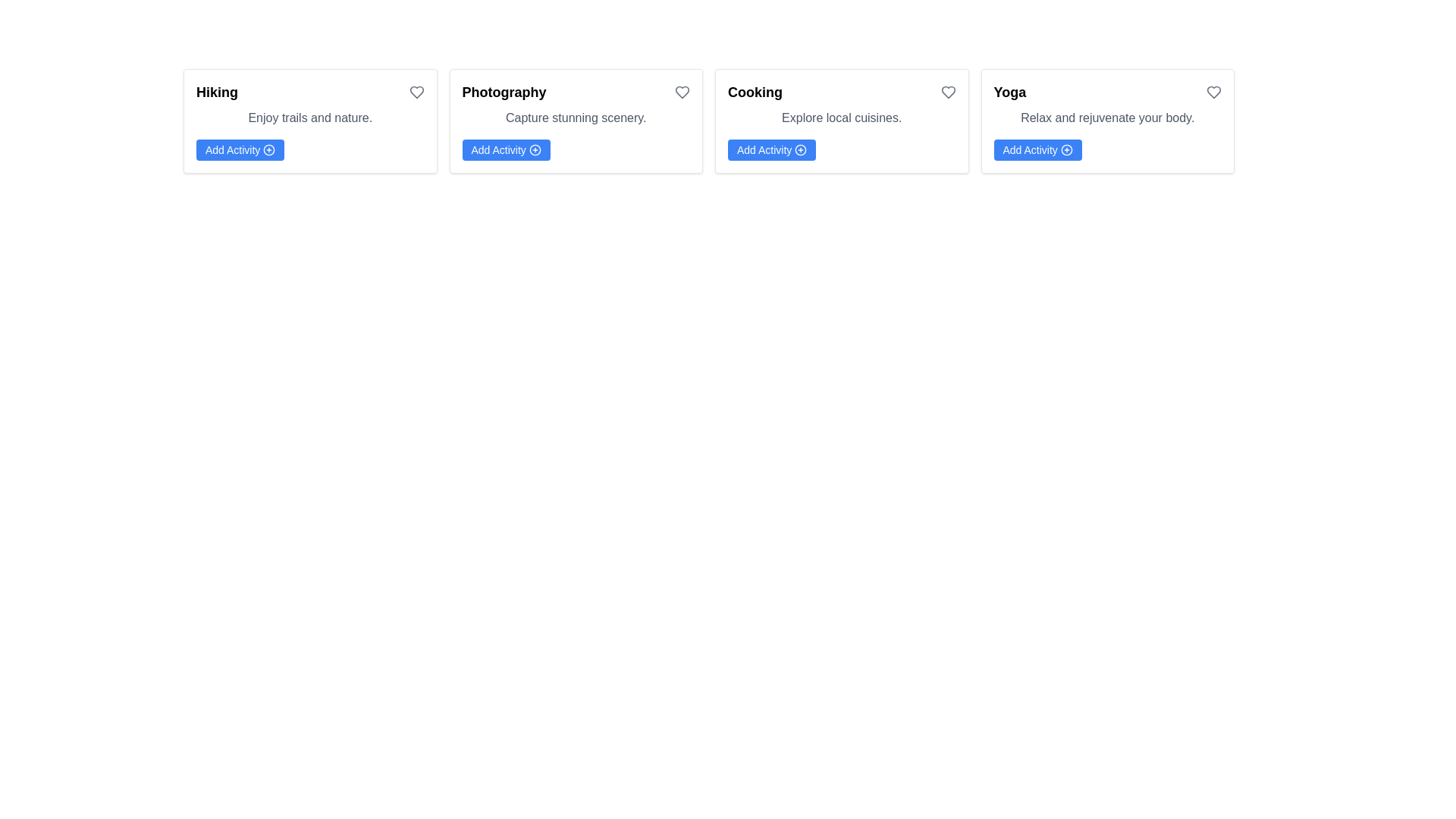  What do you see at coordinates (1107, 117) in the screenshot?
I see `the text snippet reading 'Relax and rejuvenate your body.' located within the 'Yoga' category card, positioned below the category title` at bounding box center [1107, 117].